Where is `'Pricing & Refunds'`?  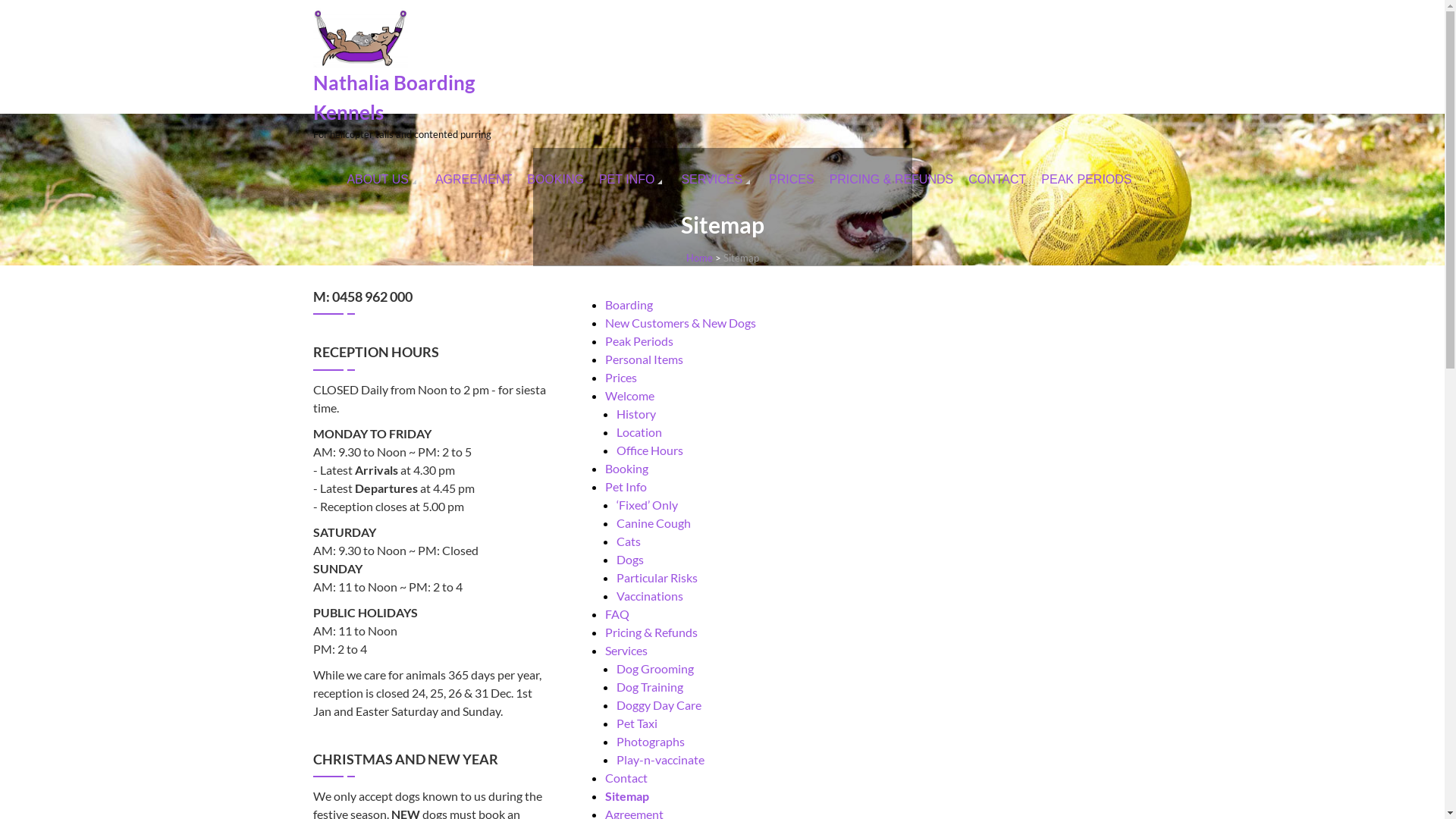 'Pricing & Refunds' is located at coordinates (651, 632).